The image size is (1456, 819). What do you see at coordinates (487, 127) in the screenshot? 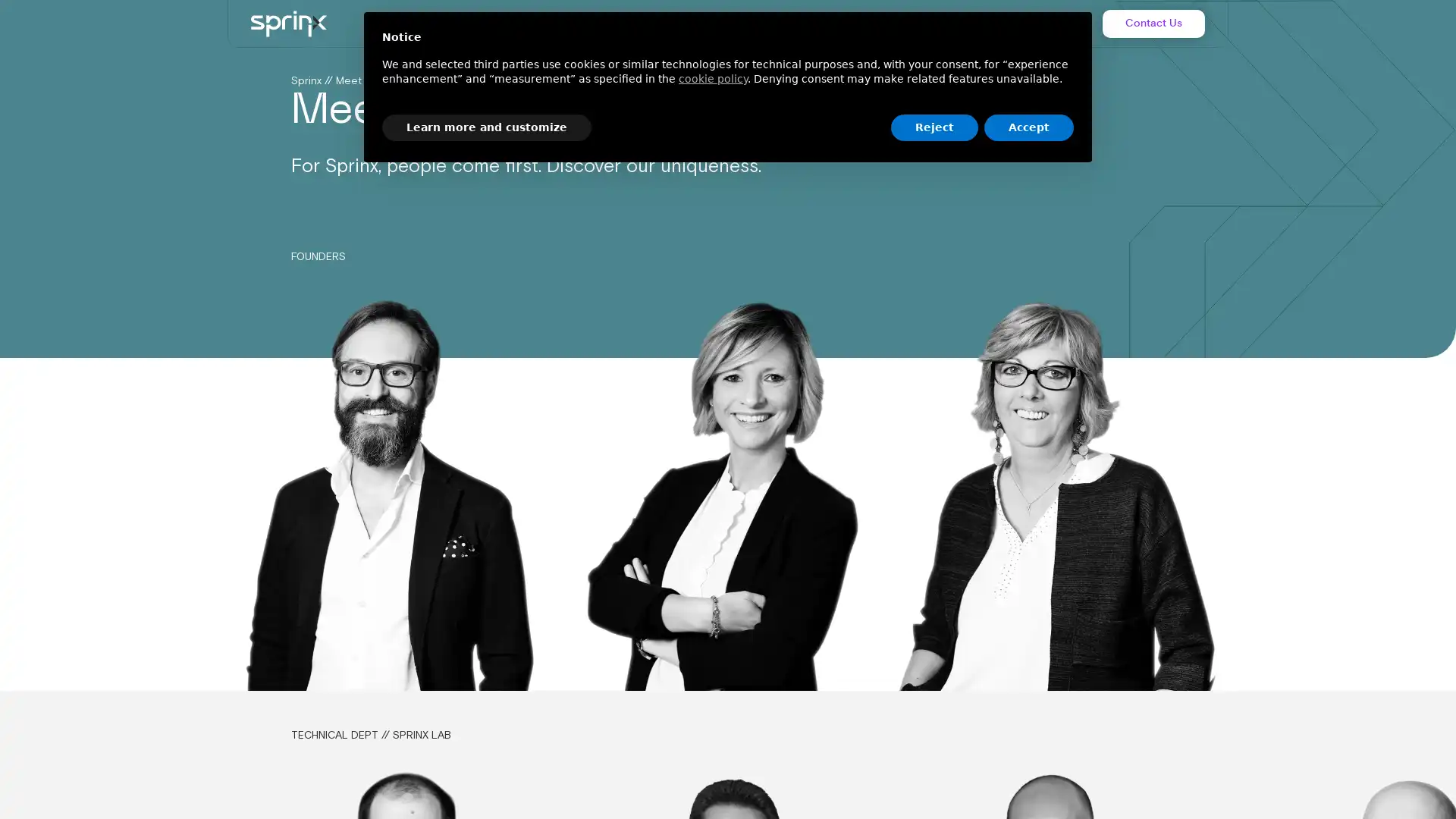
I see `Learn more and customize` at bounding box center [487, 127].